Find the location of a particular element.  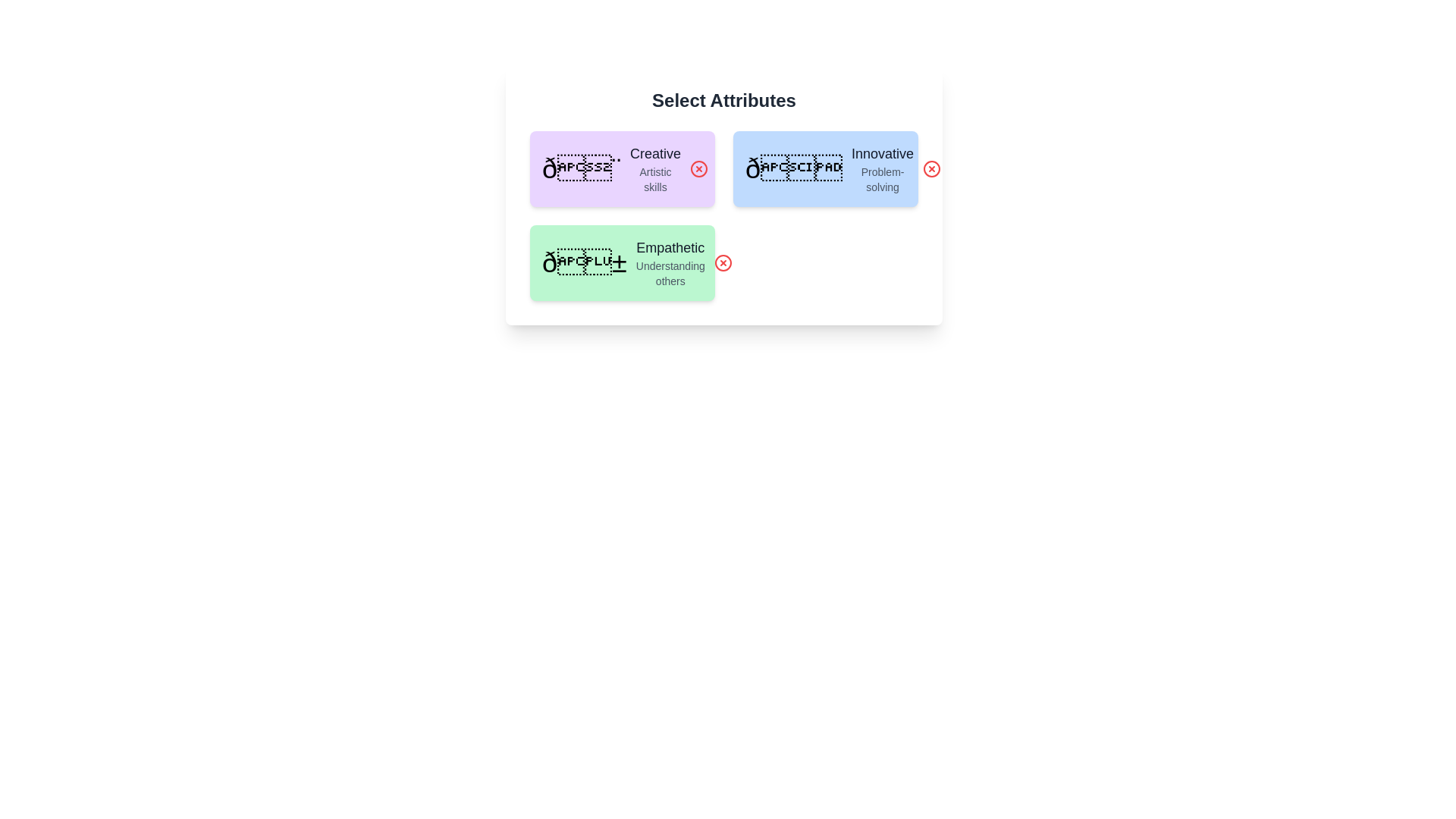

the attribute card labeled Innovative is located at coordinates (825, 169).